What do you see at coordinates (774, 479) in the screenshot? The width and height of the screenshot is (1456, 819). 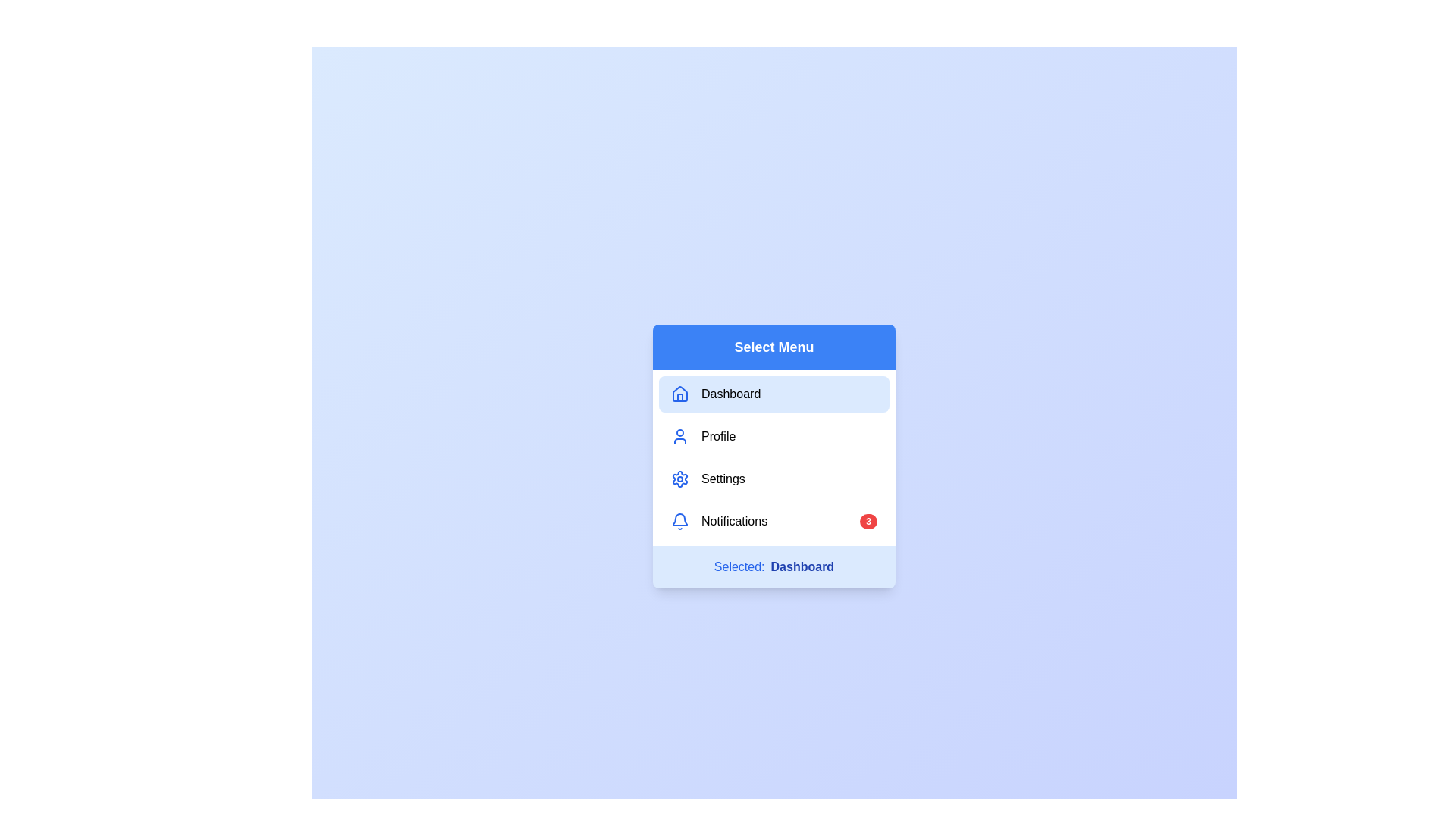 I see `the menu item Settings to see its hover effect` at bounding box center [774, 479].